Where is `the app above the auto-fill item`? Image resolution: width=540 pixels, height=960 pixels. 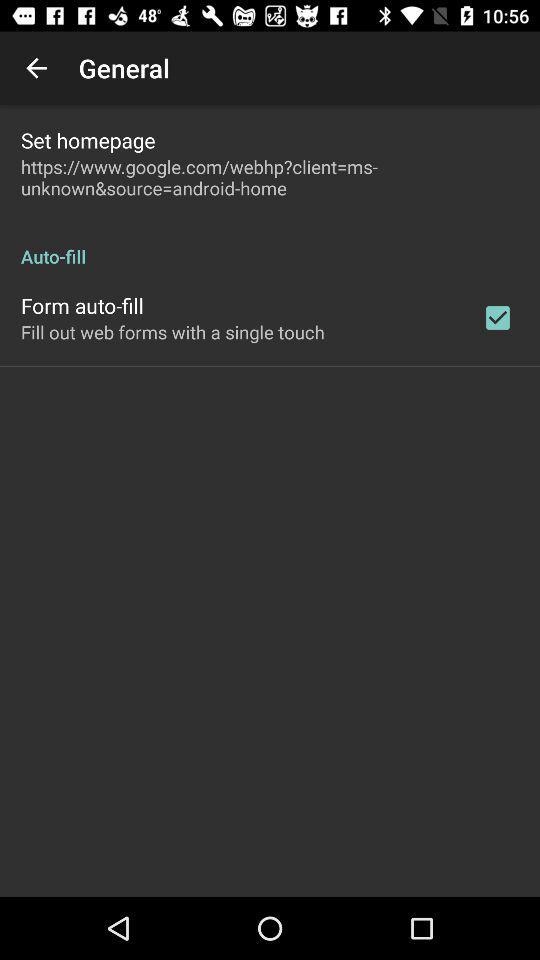
the app above the auto-fill item is located at coordinates (270, 176).